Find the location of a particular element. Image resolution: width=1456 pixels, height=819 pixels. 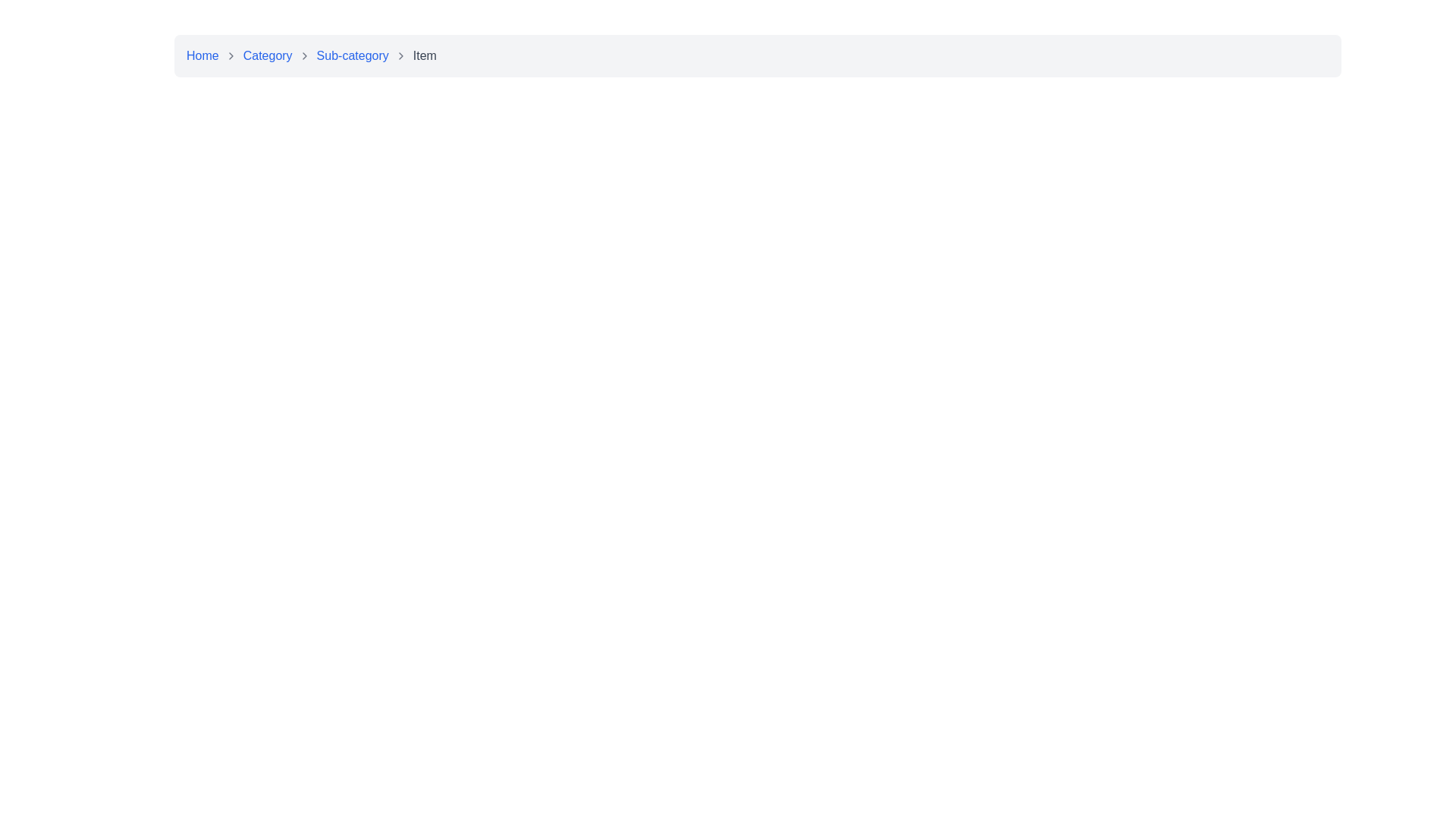

the 'Home' hyperlink is located at coordinates (202, 55).